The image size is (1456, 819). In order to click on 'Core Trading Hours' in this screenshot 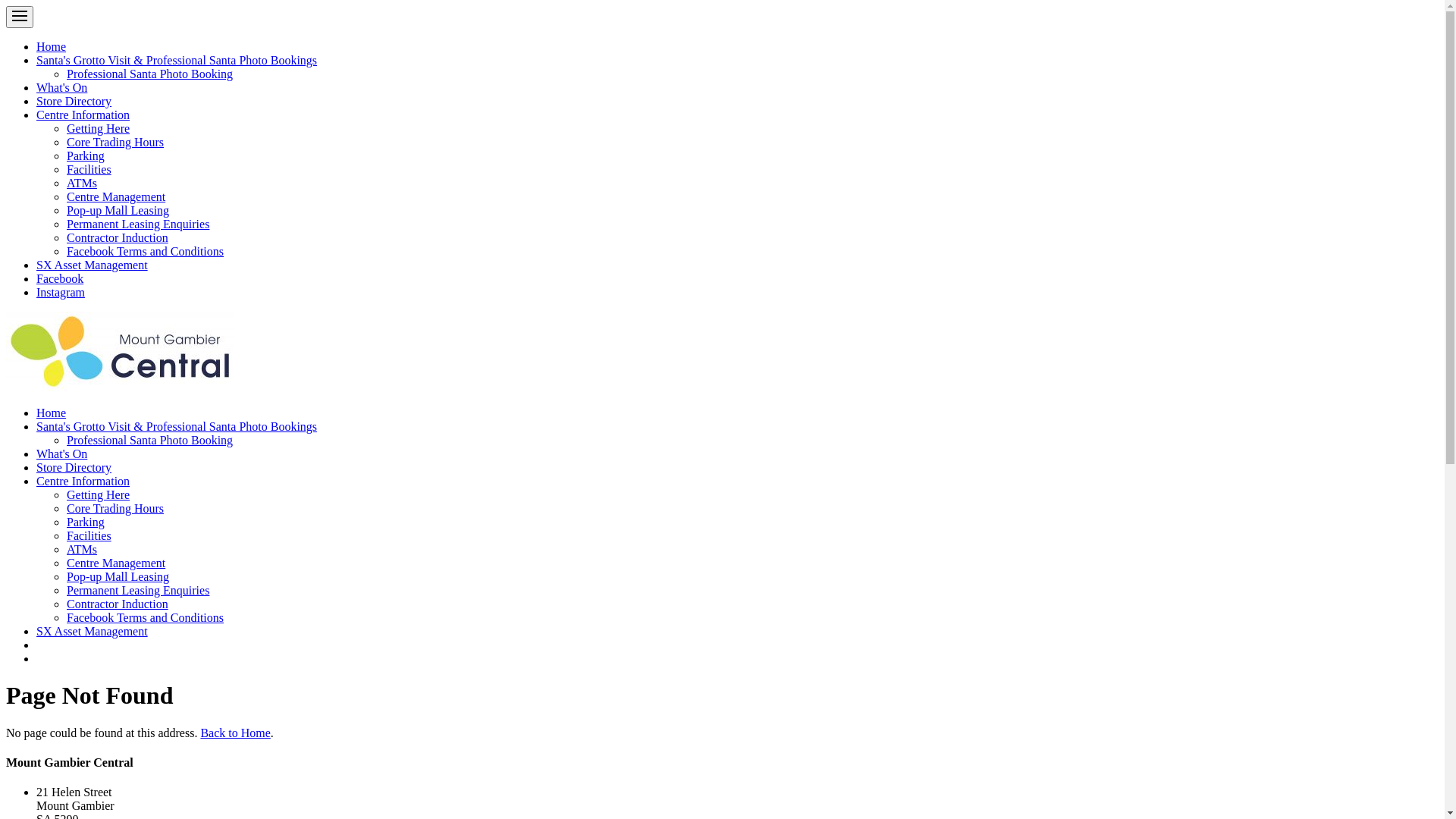, I will do `click(65, 508)`.